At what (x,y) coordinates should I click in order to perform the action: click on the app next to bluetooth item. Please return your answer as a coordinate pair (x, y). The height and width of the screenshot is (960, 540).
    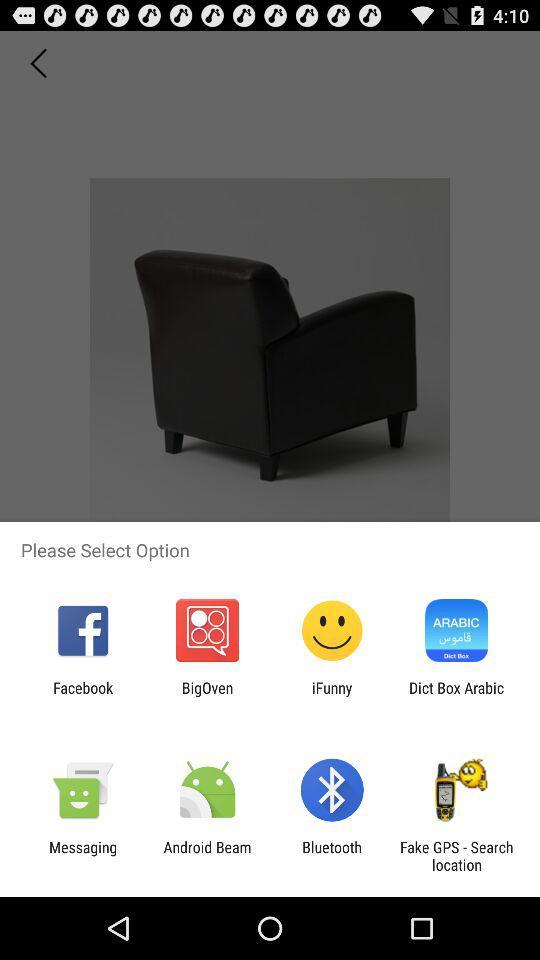
    Looking at the image, I should click on (206, 855).